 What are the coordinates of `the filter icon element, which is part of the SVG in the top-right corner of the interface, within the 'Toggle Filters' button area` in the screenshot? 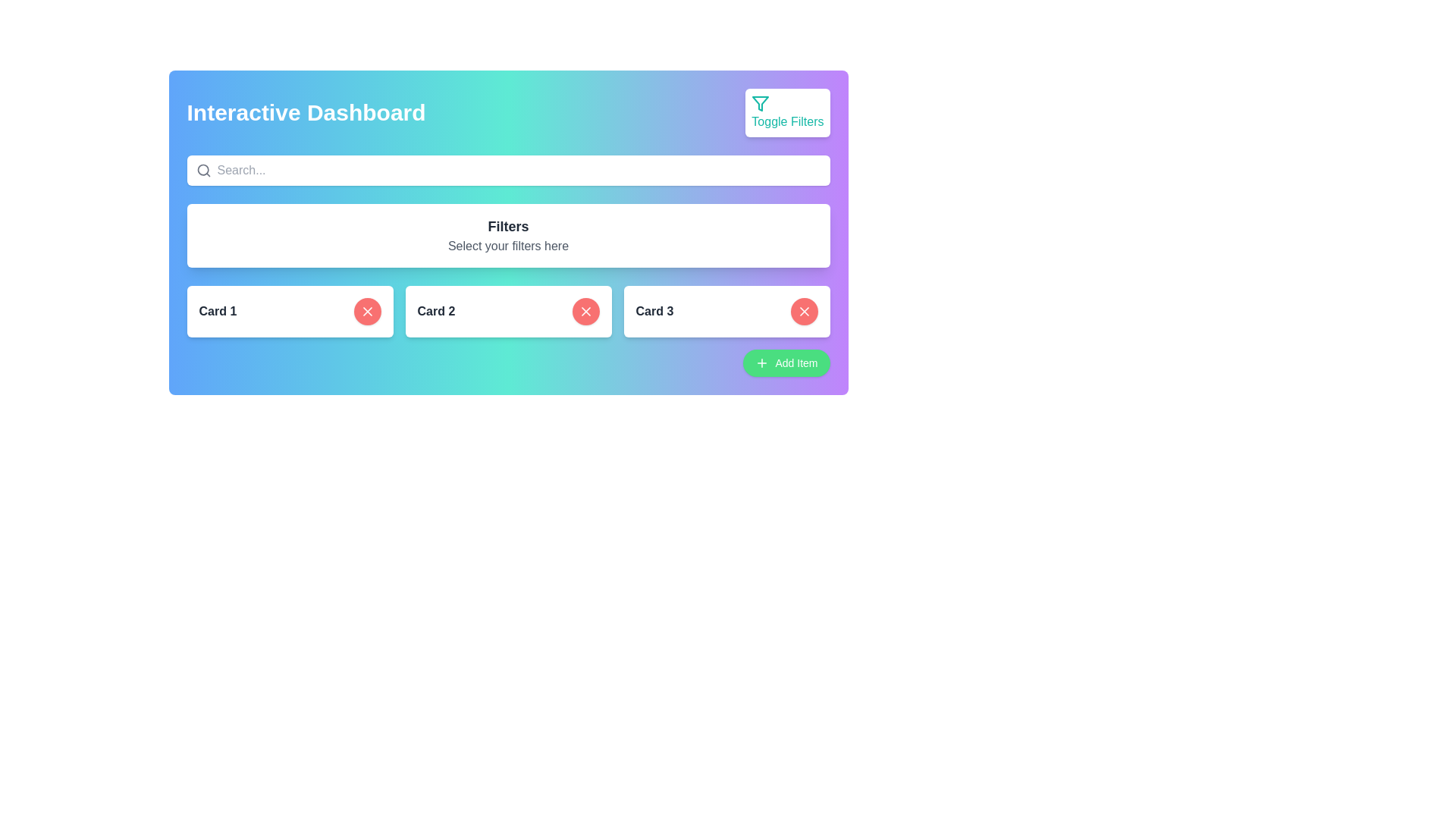 It's located at (761, 103).